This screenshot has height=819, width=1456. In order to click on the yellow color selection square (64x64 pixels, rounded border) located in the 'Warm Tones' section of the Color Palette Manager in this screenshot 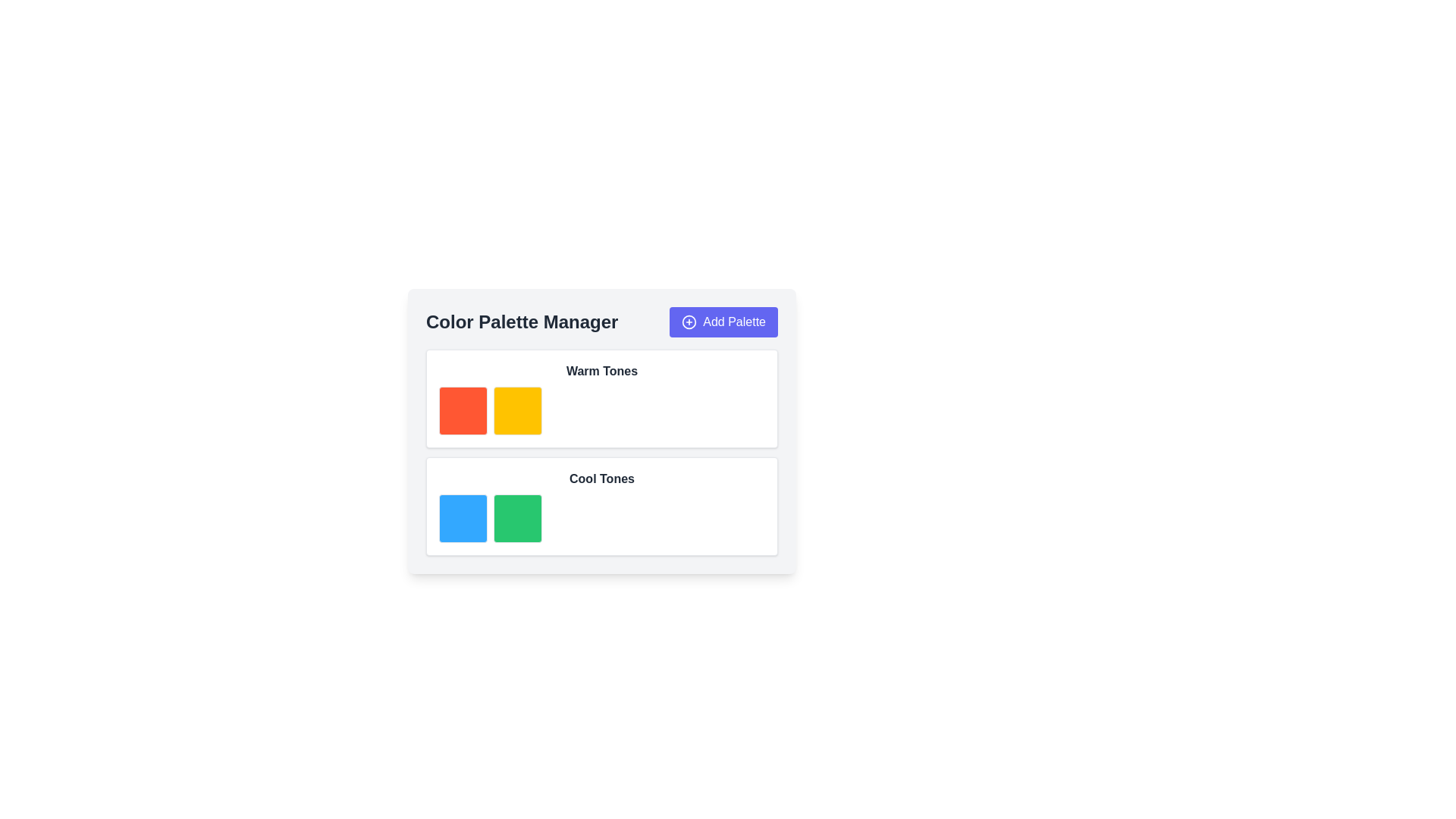, I will do `click(517, 411)`.